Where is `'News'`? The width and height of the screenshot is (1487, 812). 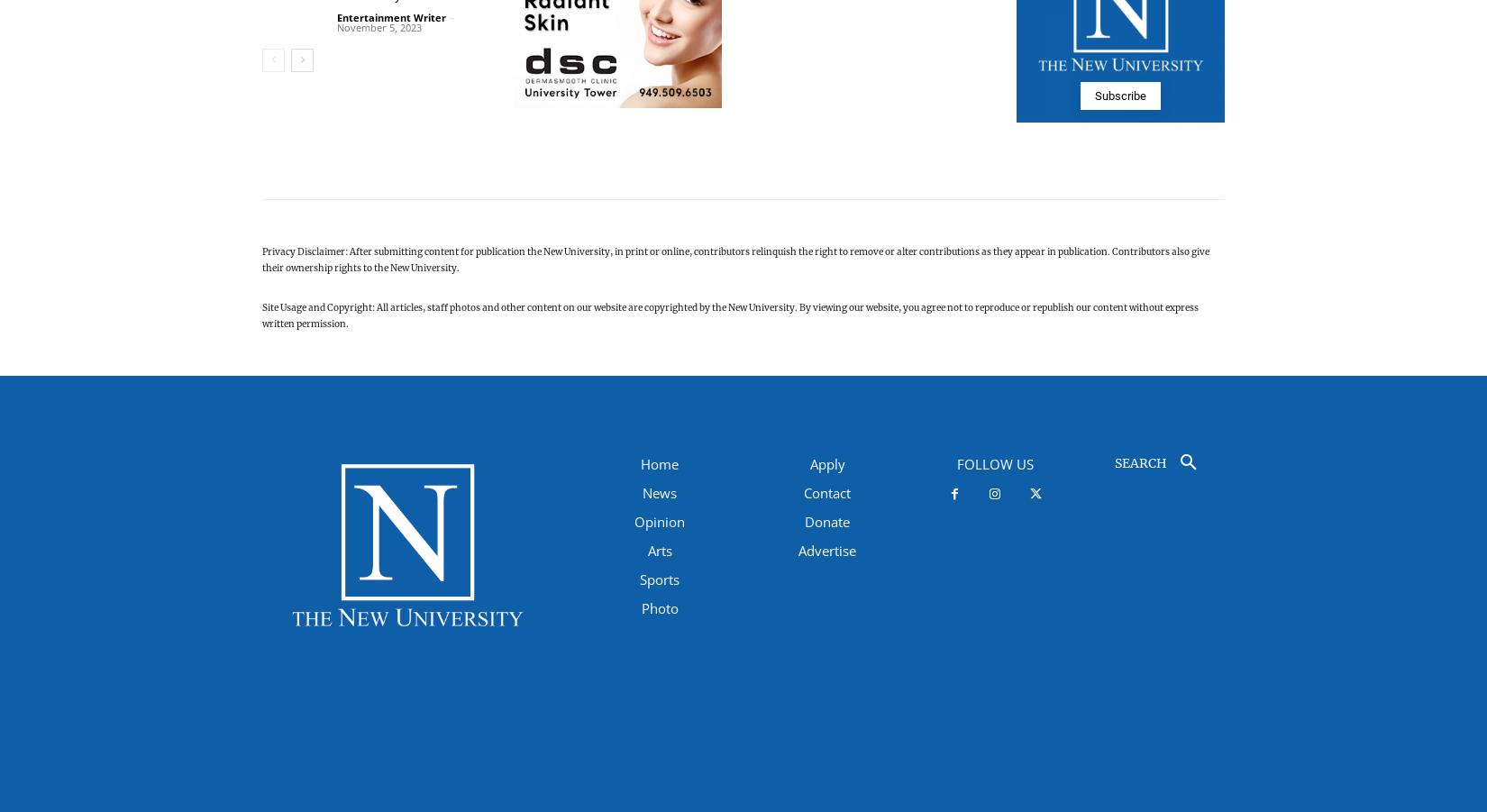
'News' is located at coordinates (658, 491).